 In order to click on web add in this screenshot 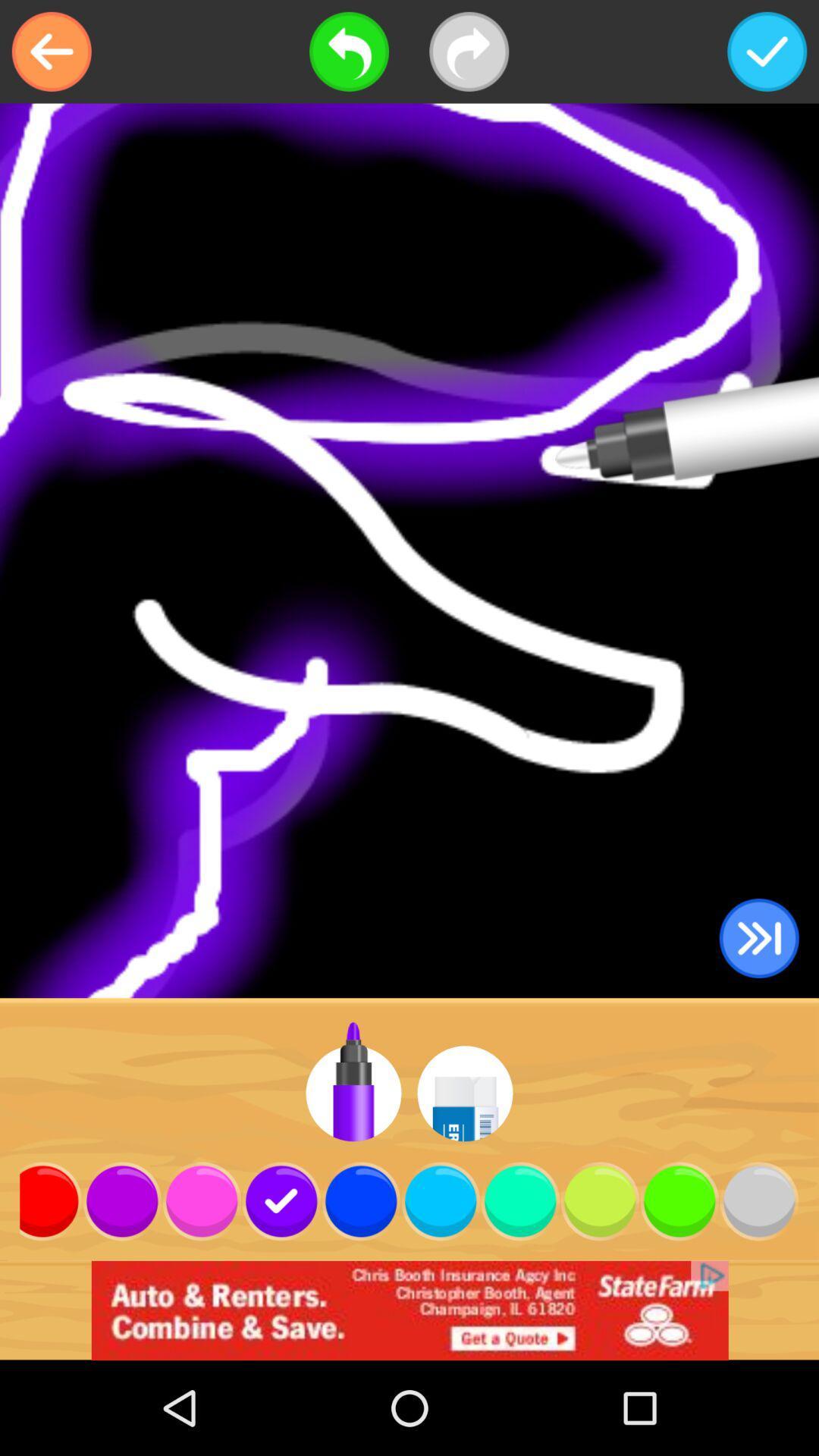, I will do `click(409, 1310)`.